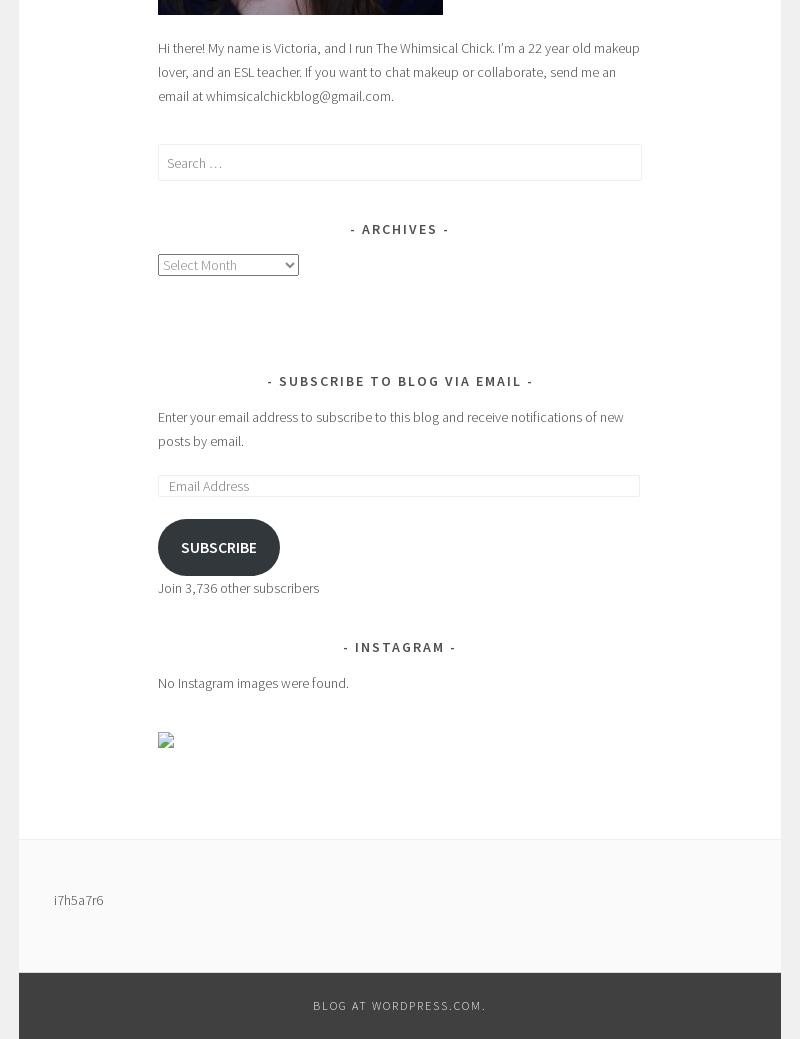 This screenshot has height=1039, width=800. I want to click on 'Blog at WordPress.com.', so click(400, 1005).